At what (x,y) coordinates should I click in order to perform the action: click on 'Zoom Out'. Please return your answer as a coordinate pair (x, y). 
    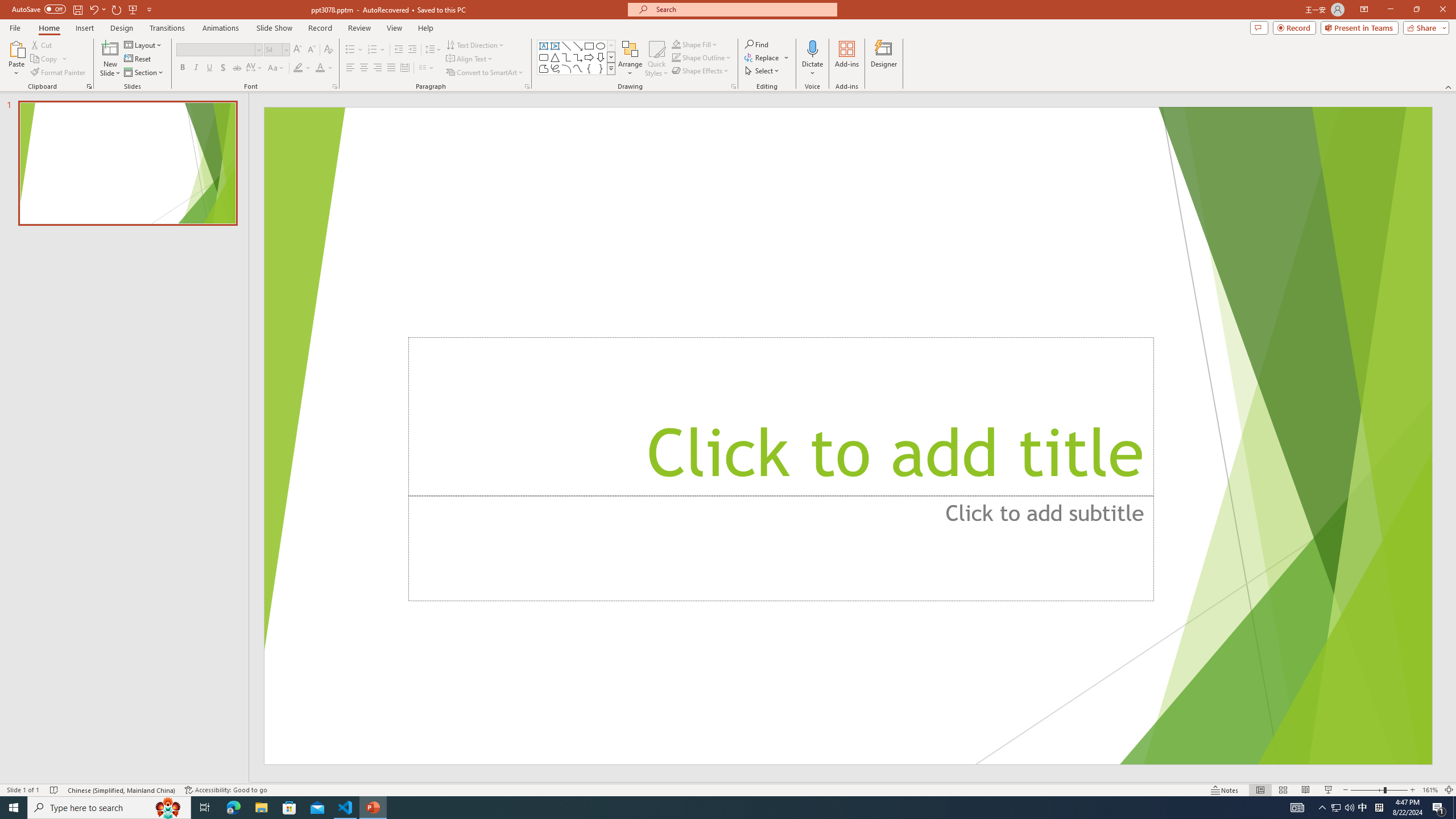
    Looking at the image, I should click on (1366, 790).